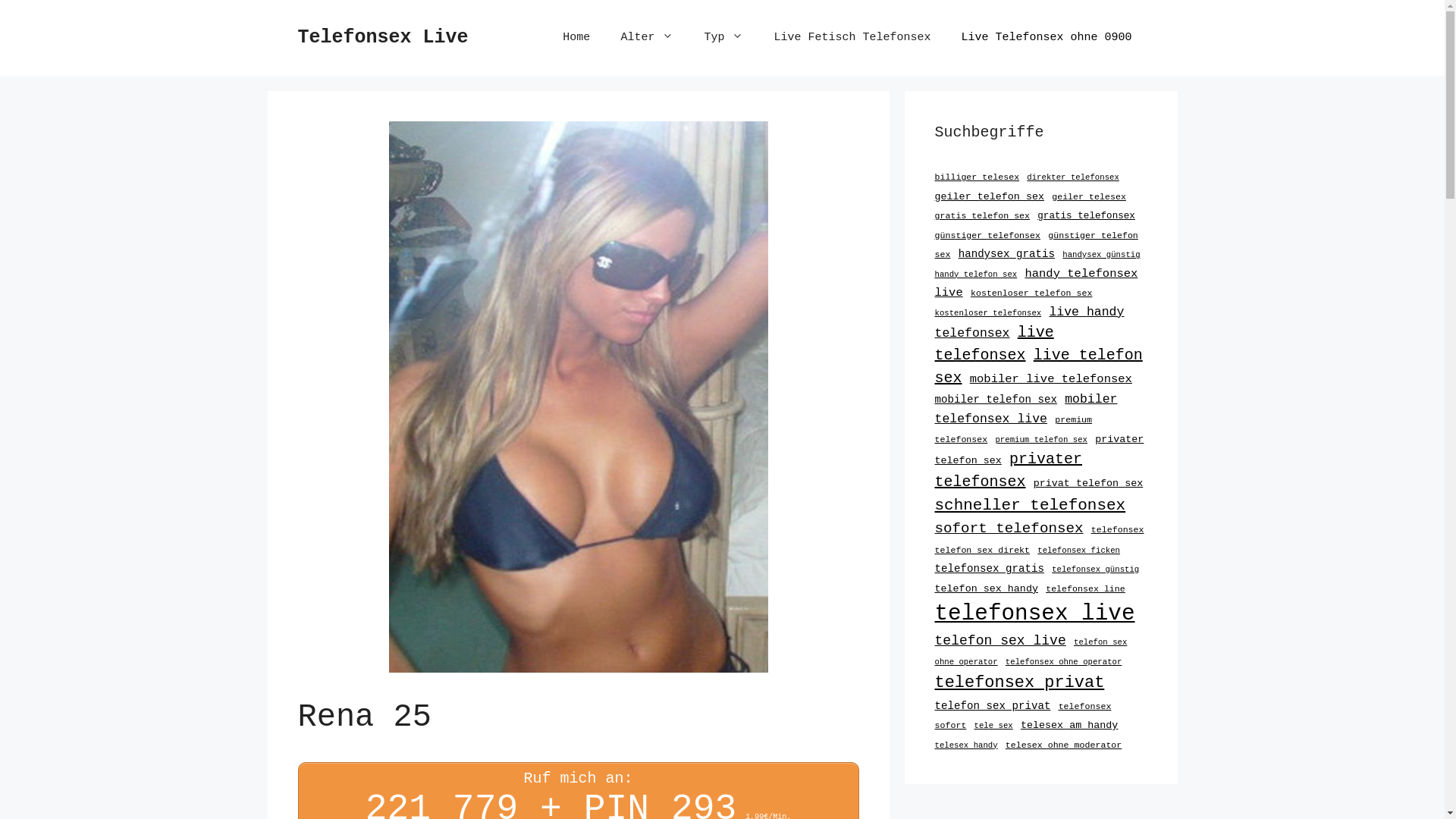 The height and width of the screenshot is (819, 1456). I want to click on 'handysex gratis', so click(1006, 253).